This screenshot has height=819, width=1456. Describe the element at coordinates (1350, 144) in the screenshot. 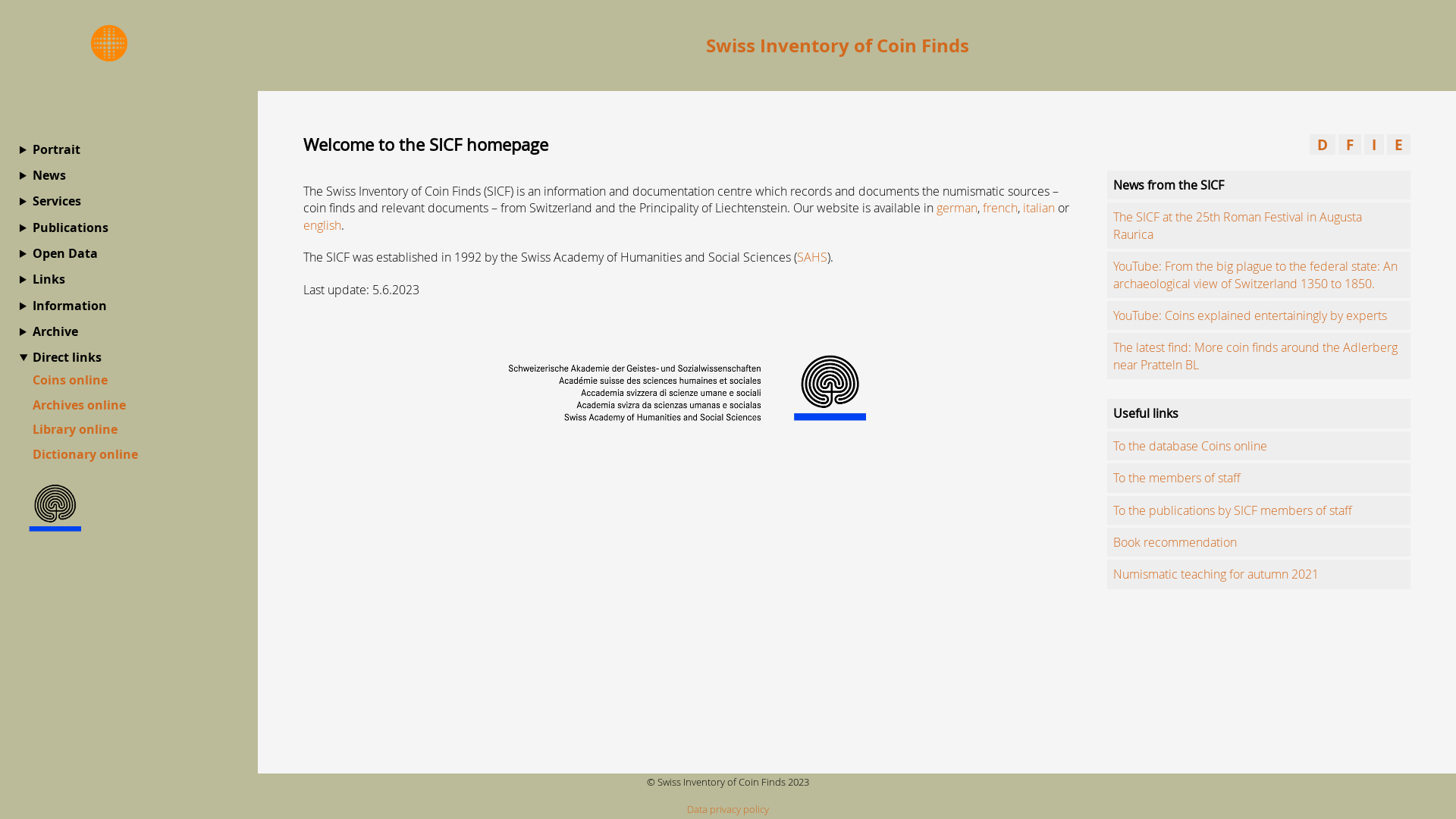

I see `'F'` at that location.